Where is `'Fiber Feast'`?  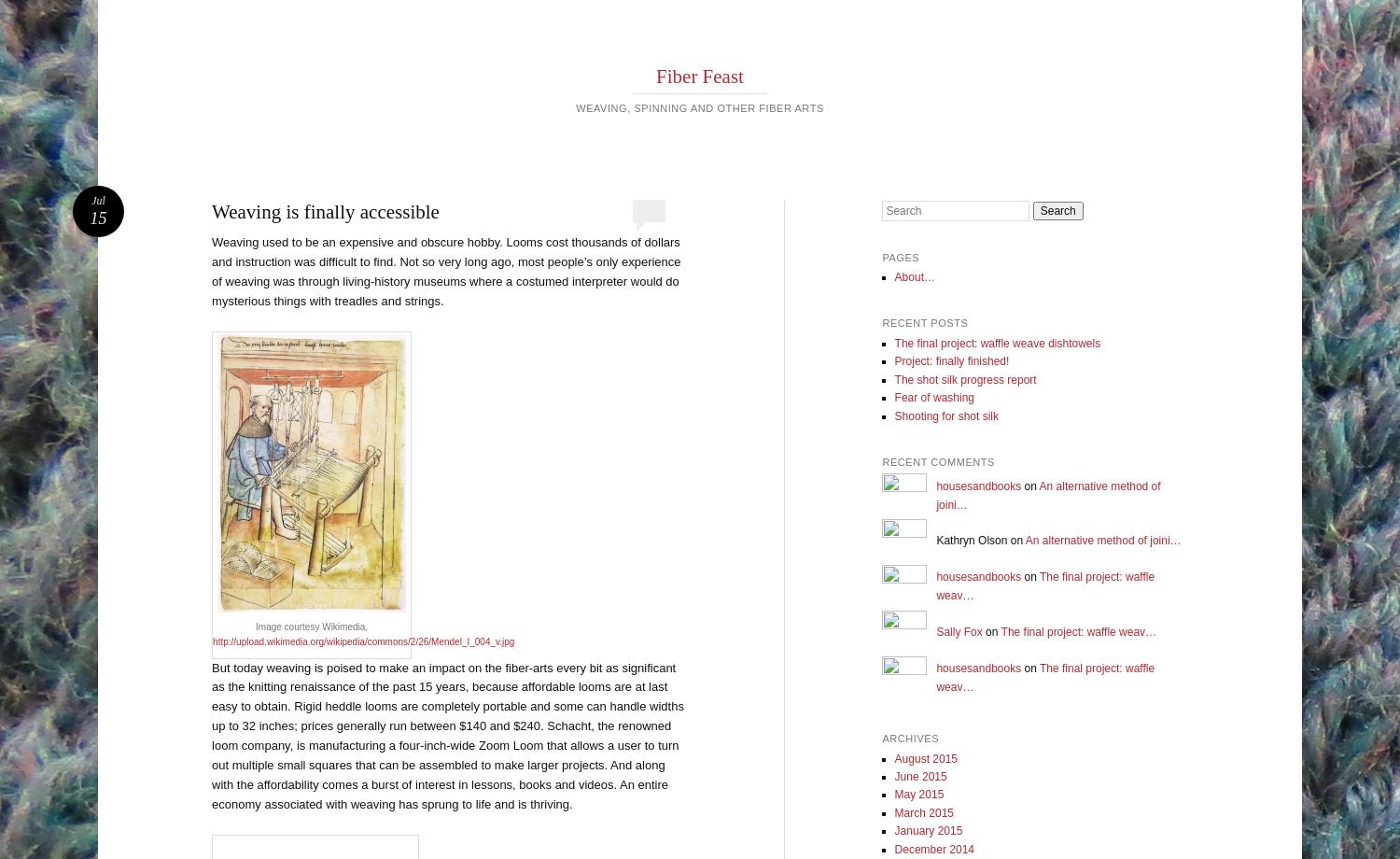
'Fiber Feast' is located at coordinates (698, 76).